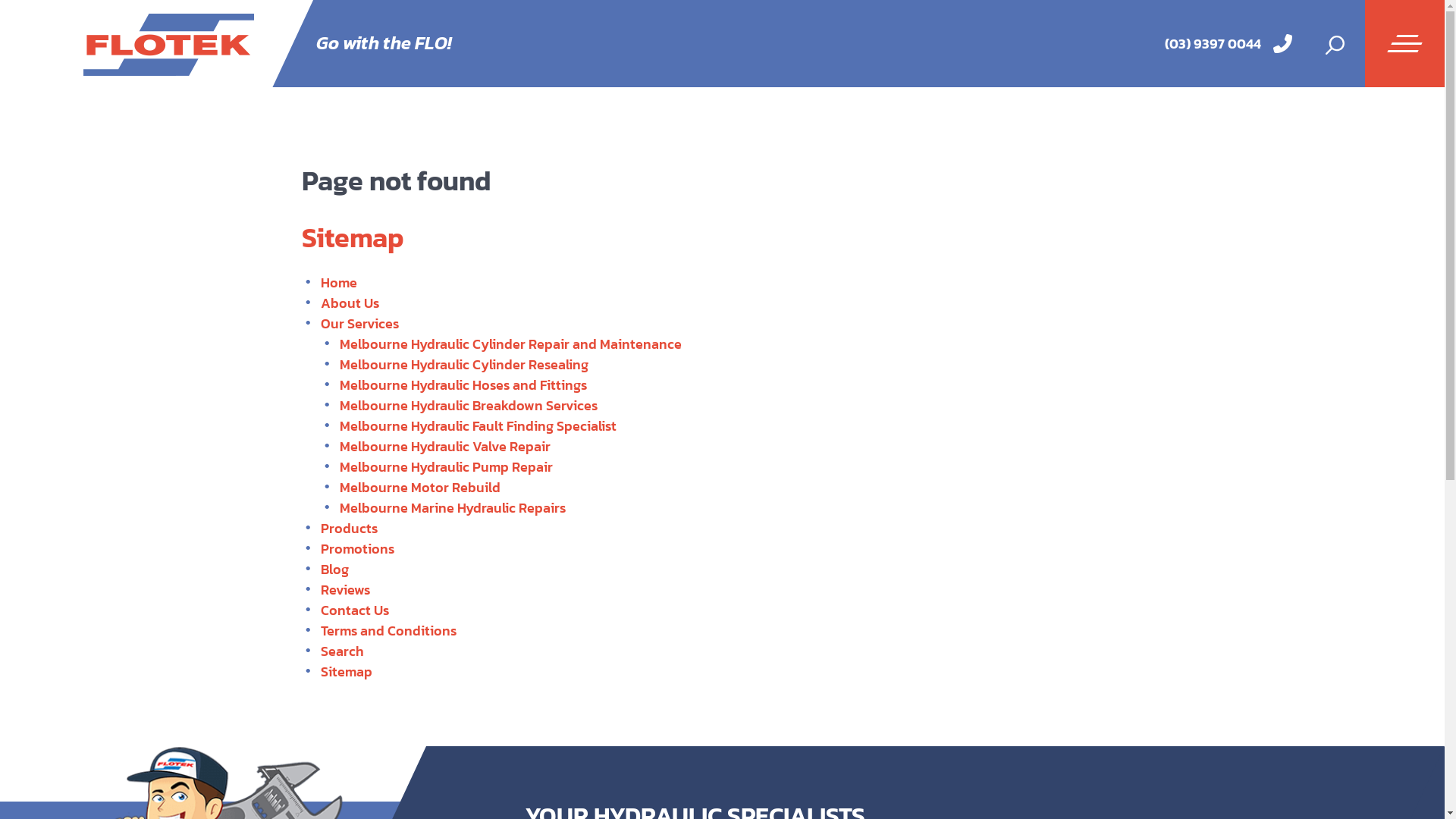 This screenshot has width=1456, height=819. Describe the element at coordinates (445, 466) in the screenshot. I see `'Melbourne Hydraulic Pump Repair'` at that location.